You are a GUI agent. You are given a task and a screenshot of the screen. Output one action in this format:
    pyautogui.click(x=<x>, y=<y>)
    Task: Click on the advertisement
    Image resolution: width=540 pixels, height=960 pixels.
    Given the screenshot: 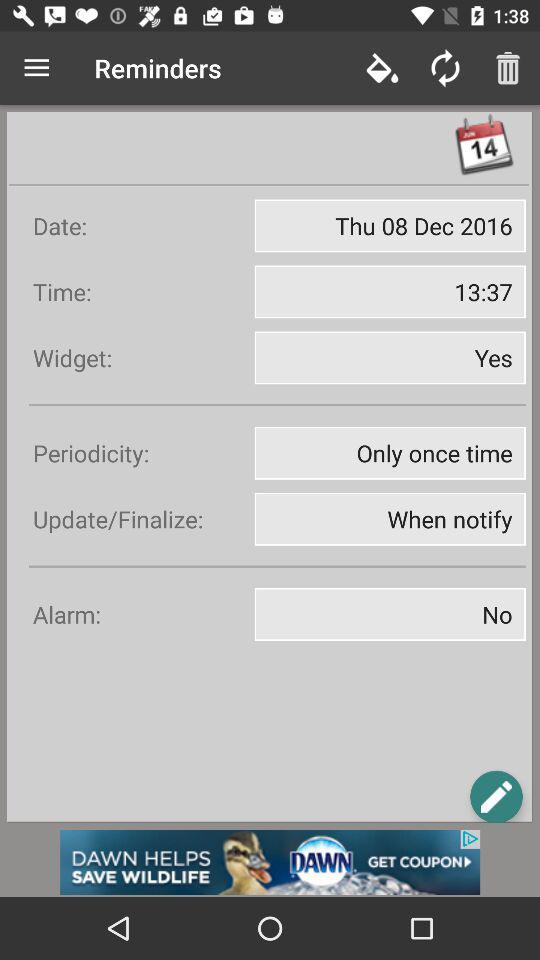 What is the action you would take?
    pyautogui.click(x=270, y=861)
    